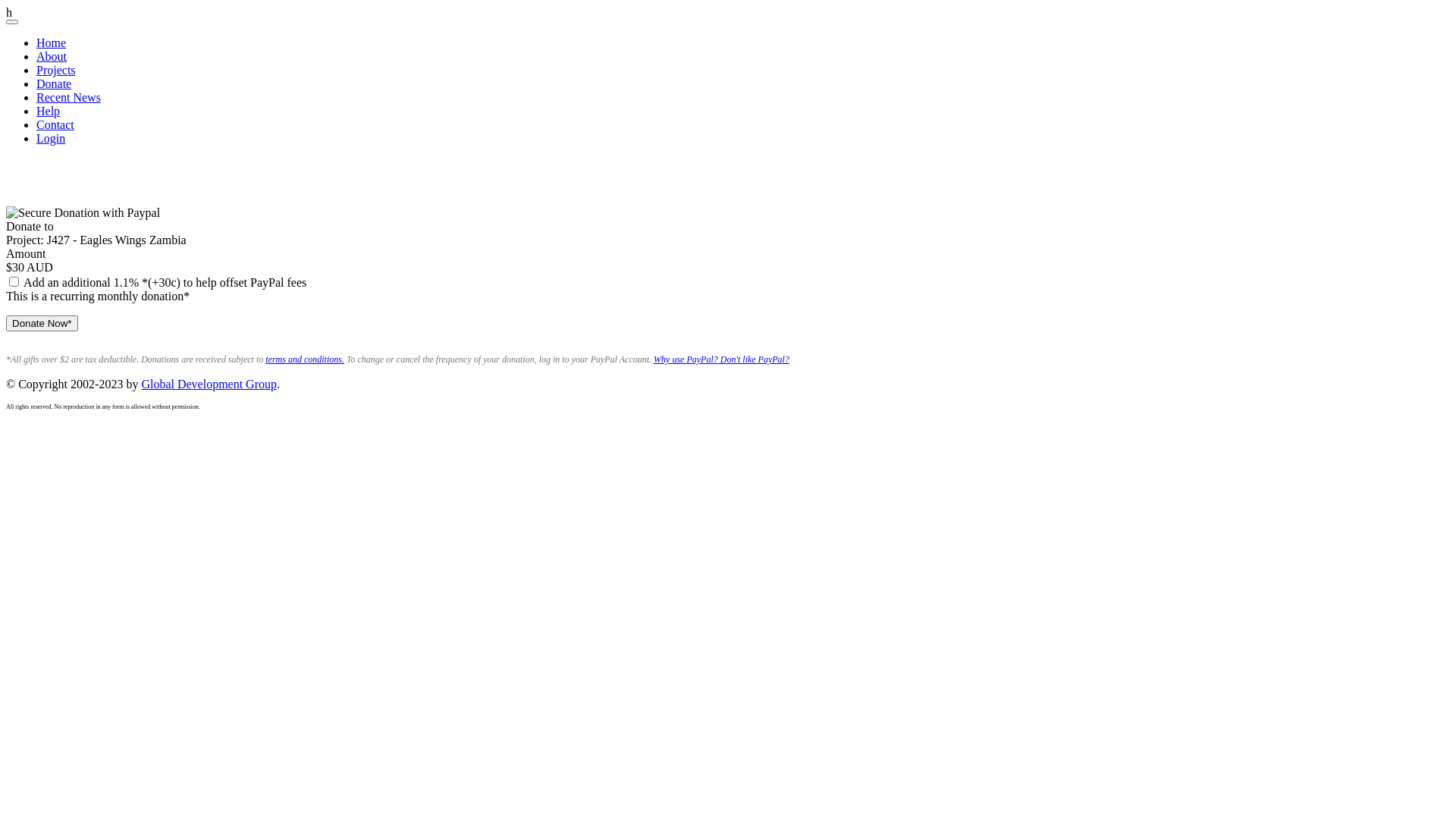 Image resolution: width=1456 pixels, height=819 pixels. I want to click on 'terms and conditions.', so click(304, 359).